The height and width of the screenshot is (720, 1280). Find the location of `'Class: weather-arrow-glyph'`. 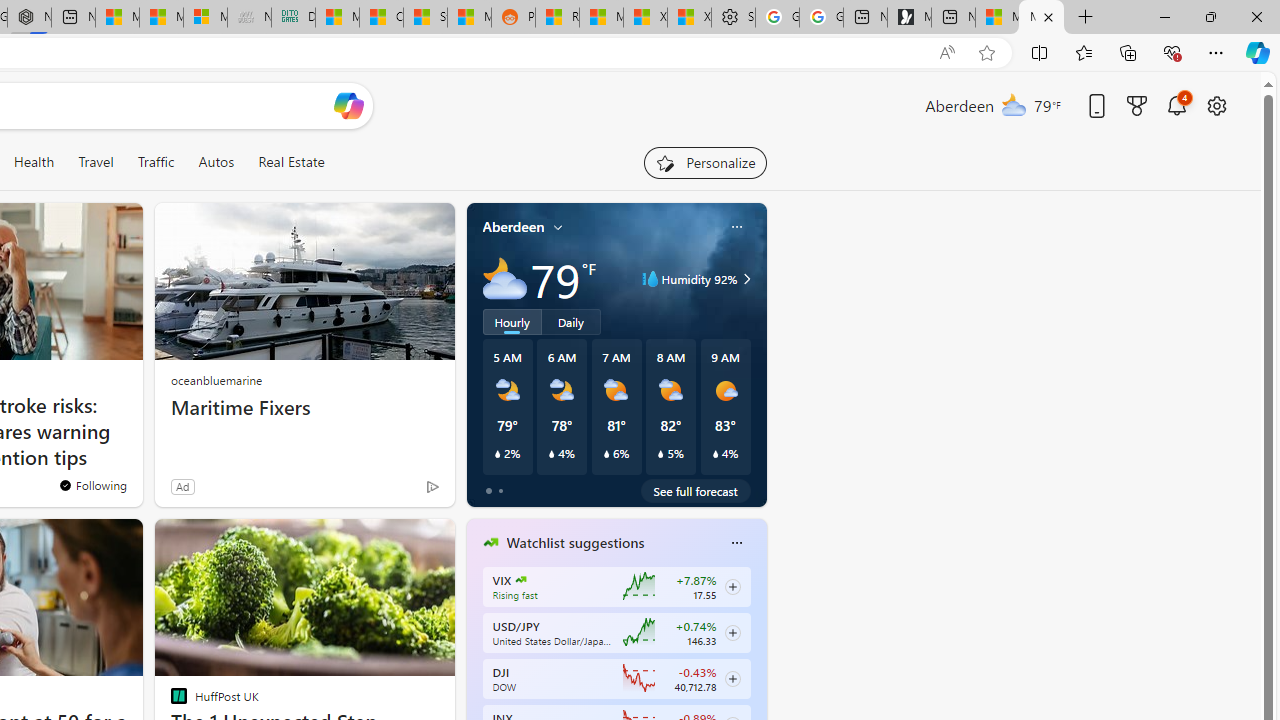

'Class: weather-arrow-glyph' is located at coordinates (745, 279).